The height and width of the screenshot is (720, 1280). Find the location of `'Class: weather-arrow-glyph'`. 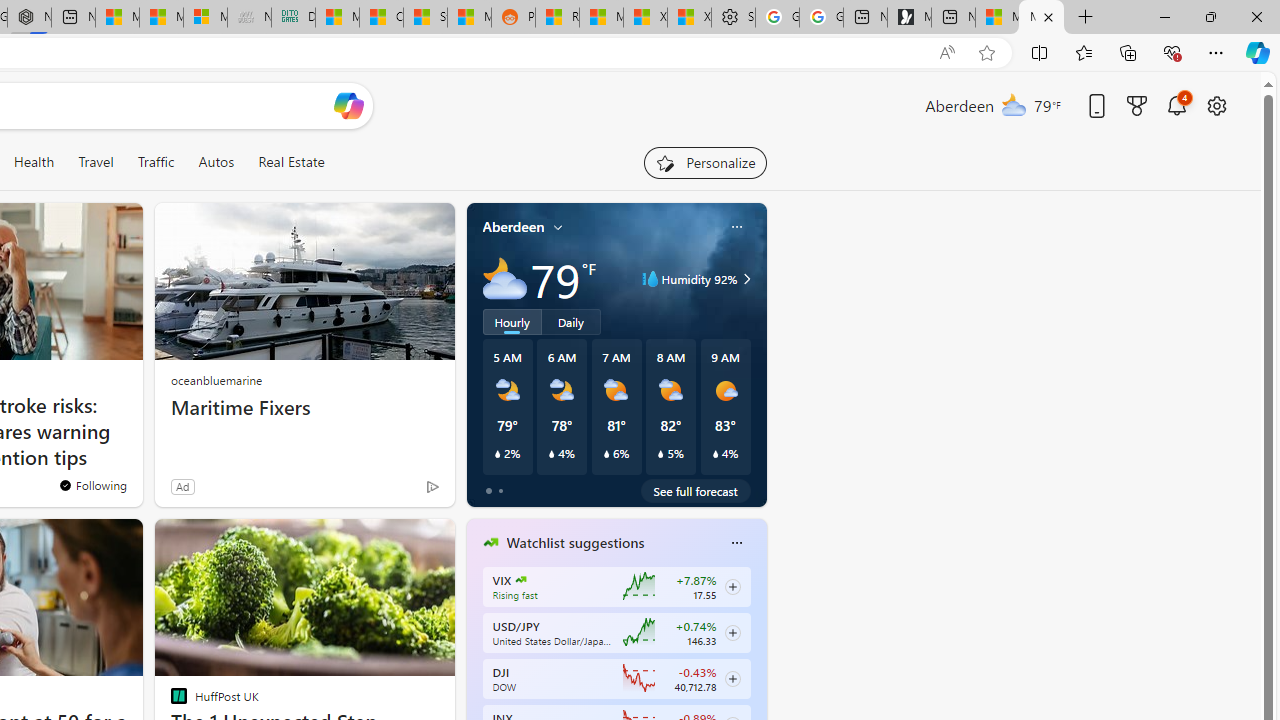

'Class: weather-arrow-glyph' is located at coordinates (745, 279).